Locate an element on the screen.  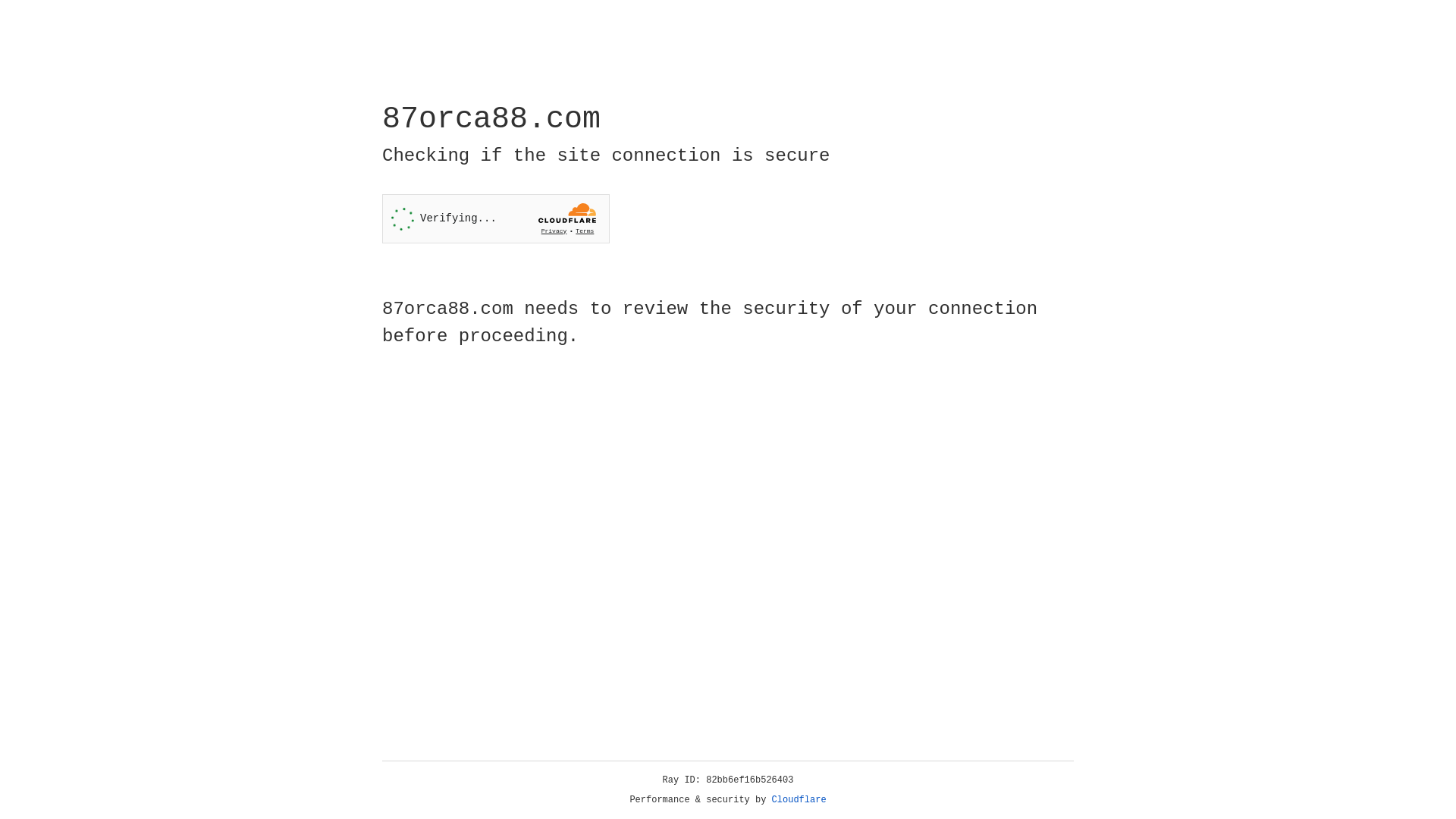
'Cloudflare' is located at coordinates (799, 799).